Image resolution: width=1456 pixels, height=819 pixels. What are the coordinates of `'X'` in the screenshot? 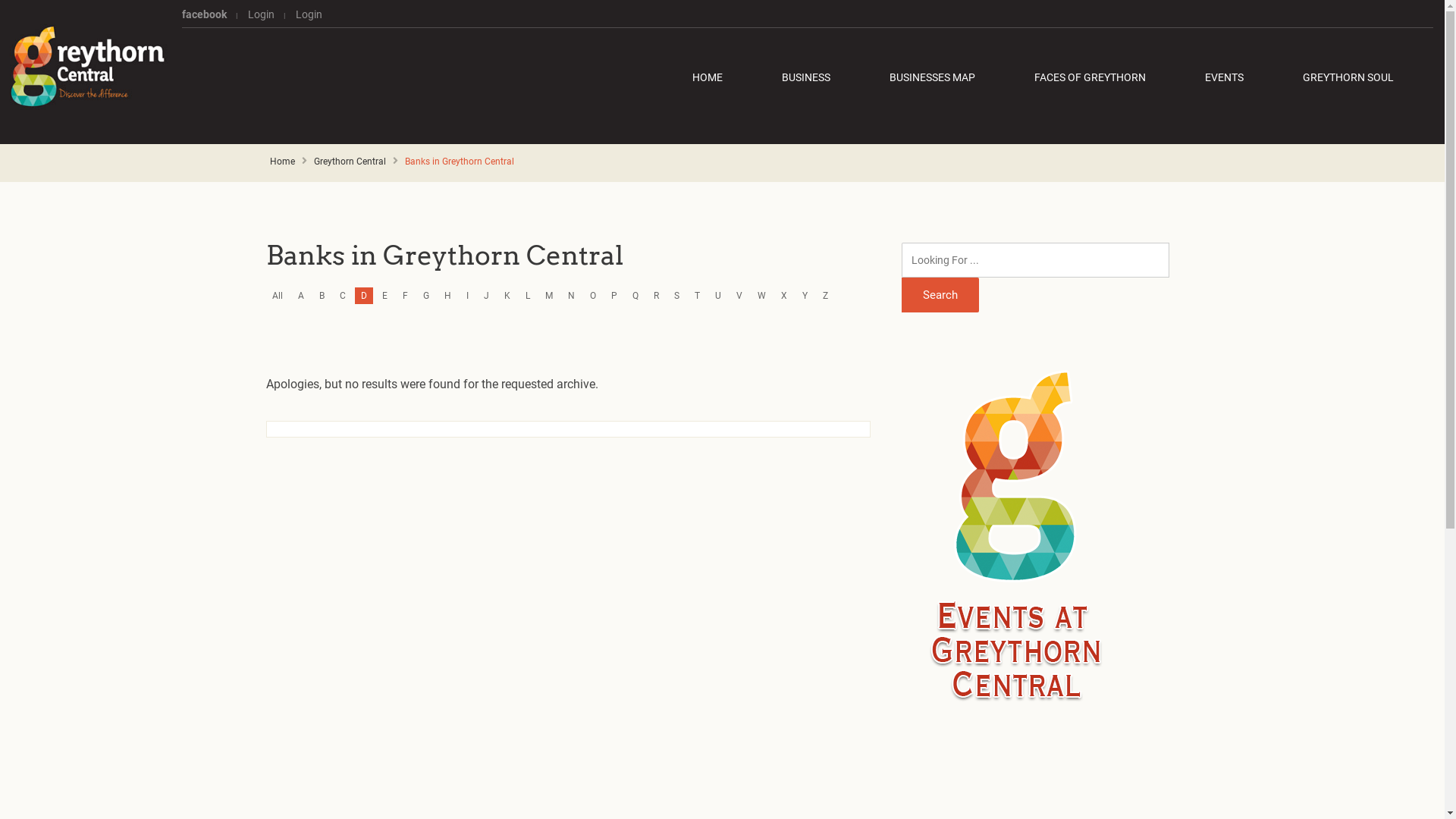 It's located at (783, 295).